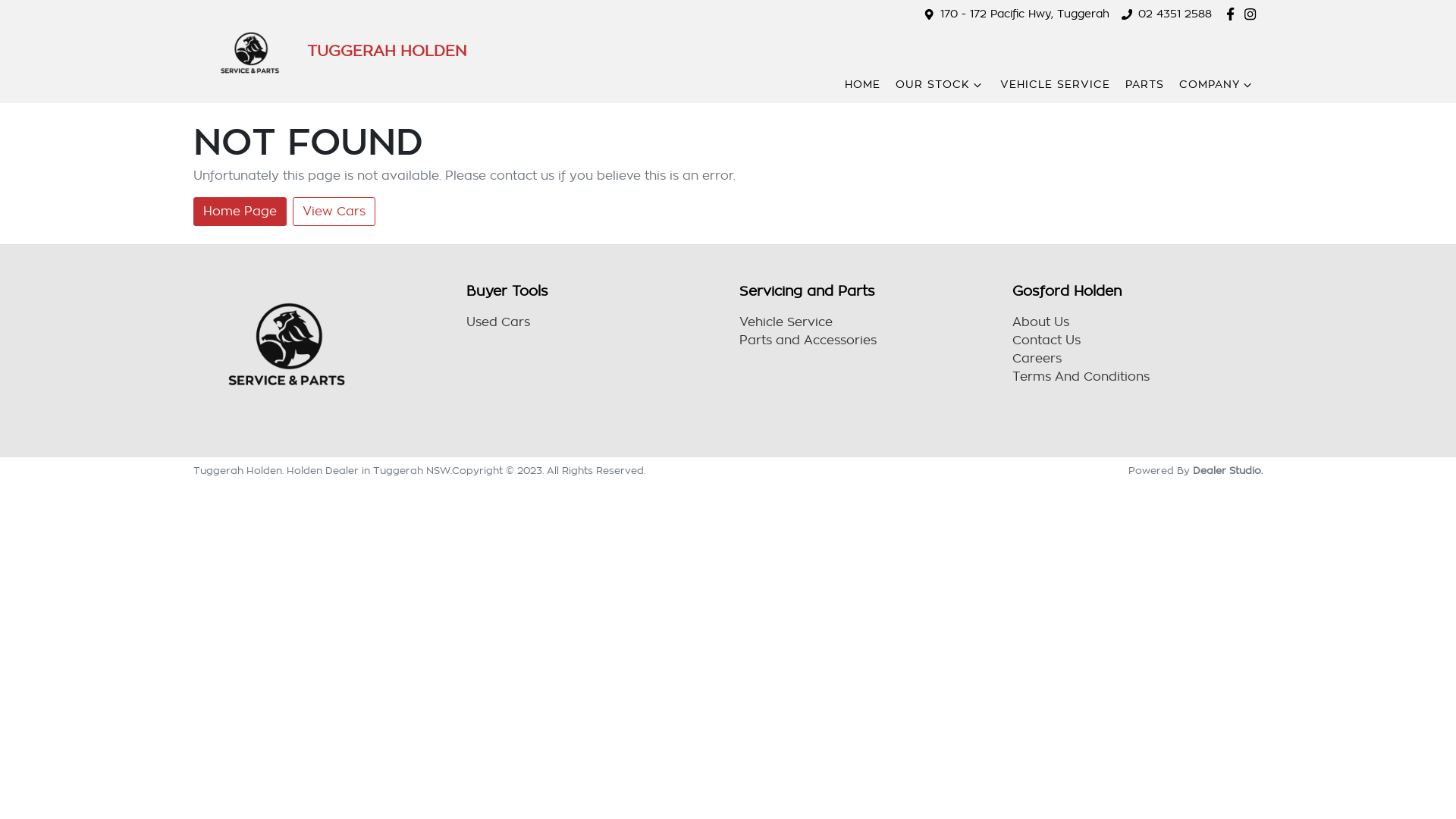 The height and width of the screenshot is (819, 1456). What do you see at coordinates (739, 339) in the screenshot?
I see `'Parts and Accessories'` at bounding box center [739, 339].